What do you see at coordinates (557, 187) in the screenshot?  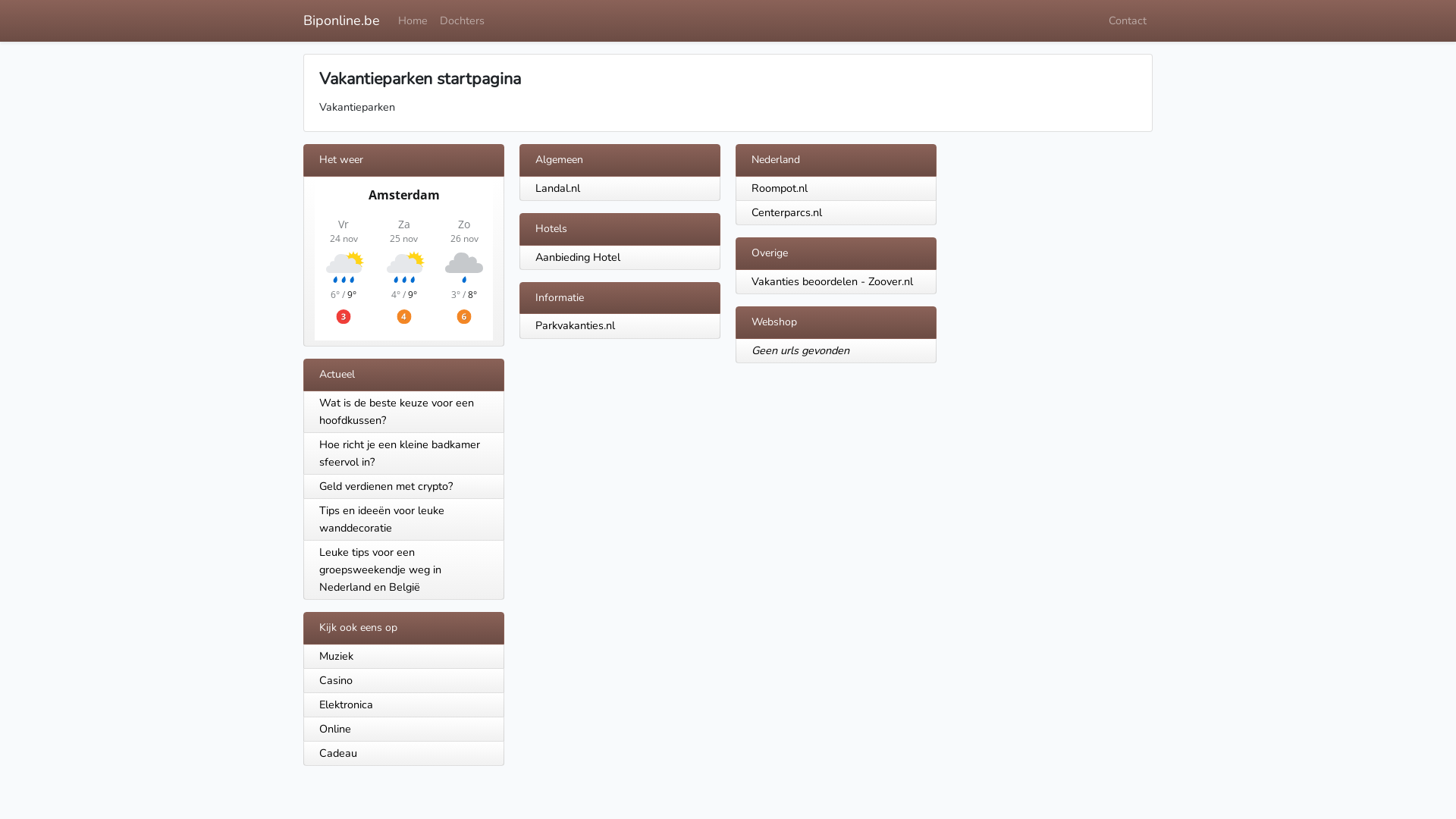 I see `'Landal.nl'` at bounding box center [557, 187].